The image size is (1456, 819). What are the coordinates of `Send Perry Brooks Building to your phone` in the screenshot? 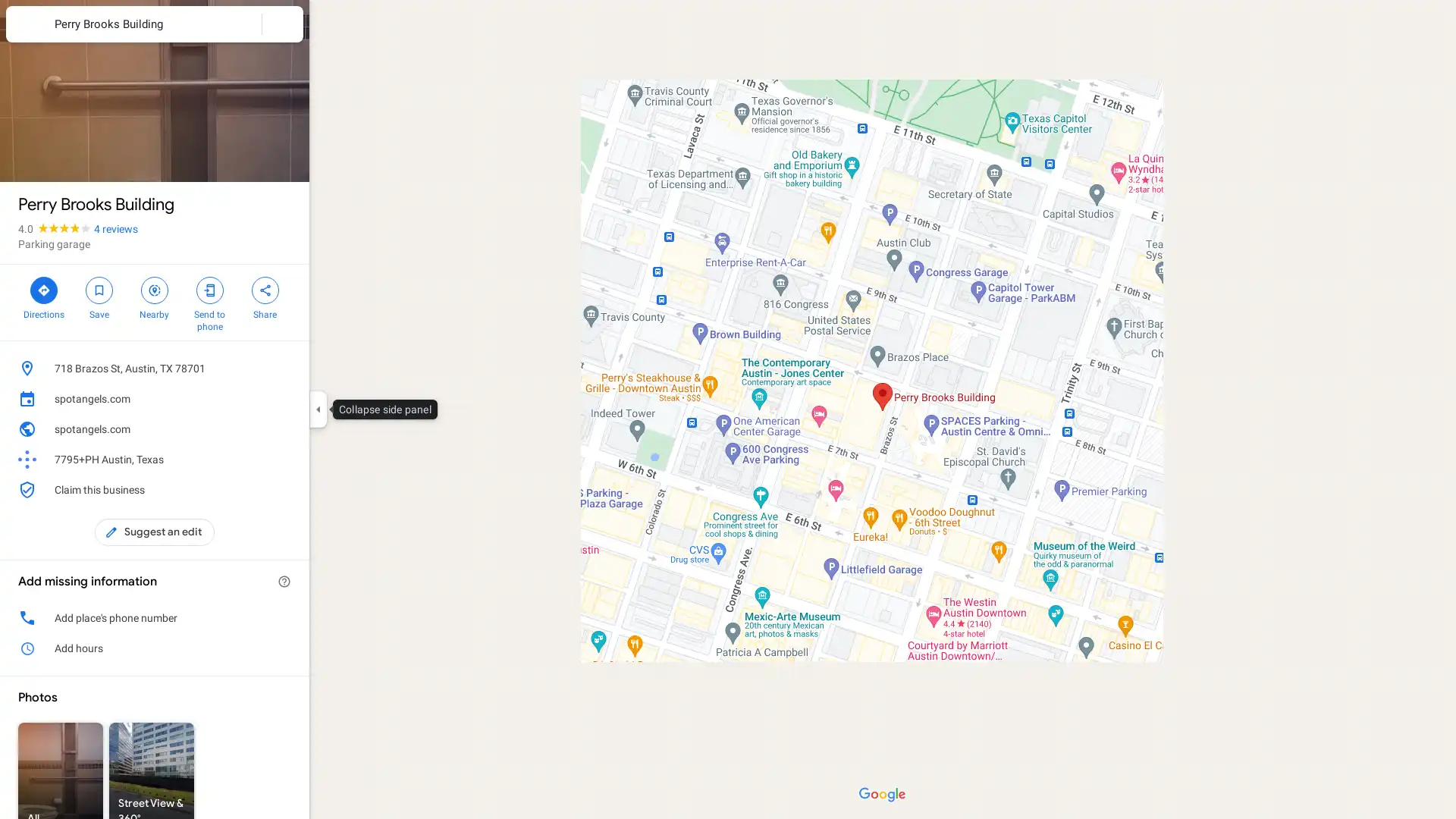 It's located at (209, 302).